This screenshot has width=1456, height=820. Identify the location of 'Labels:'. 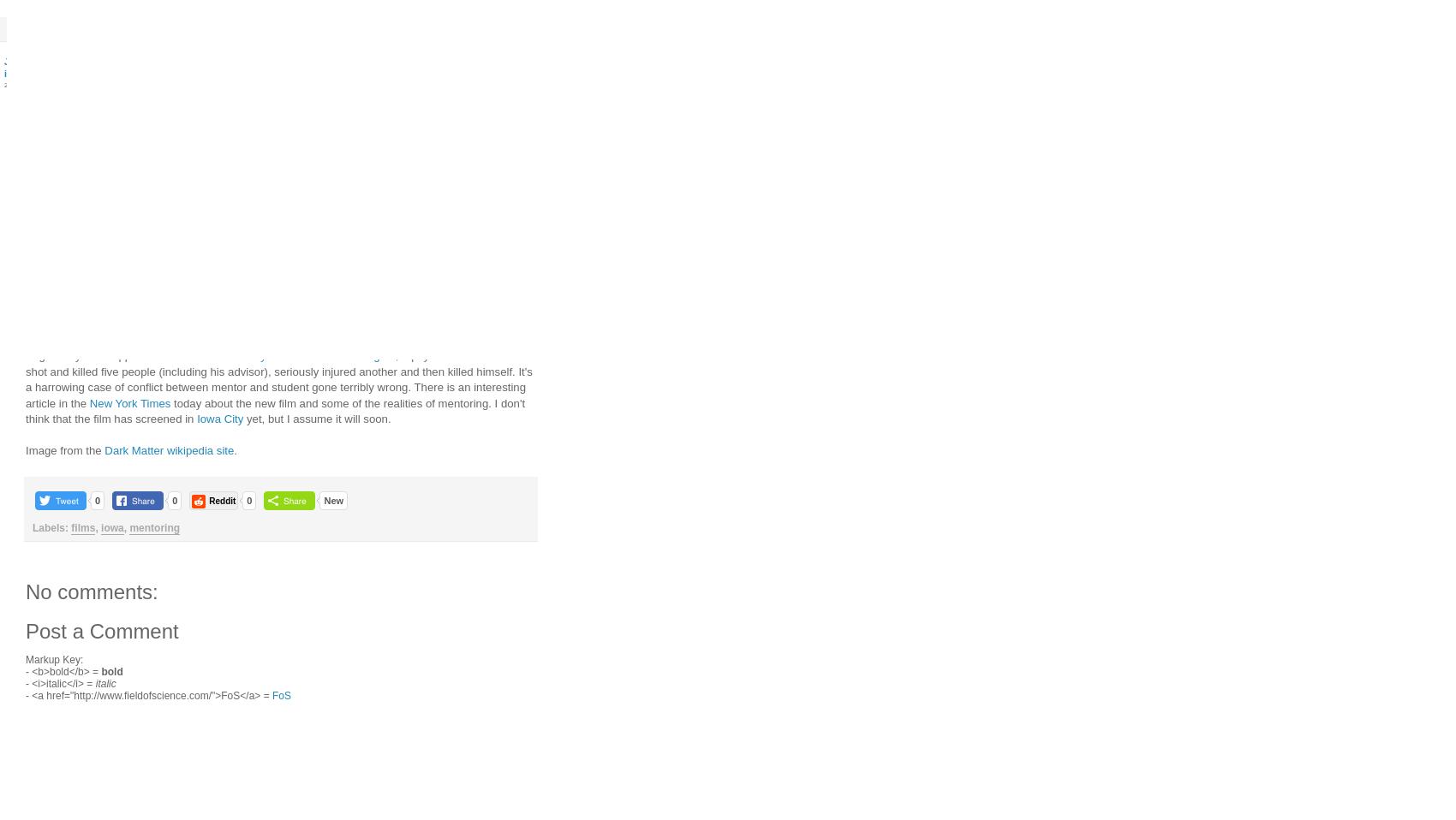
(33, 526).